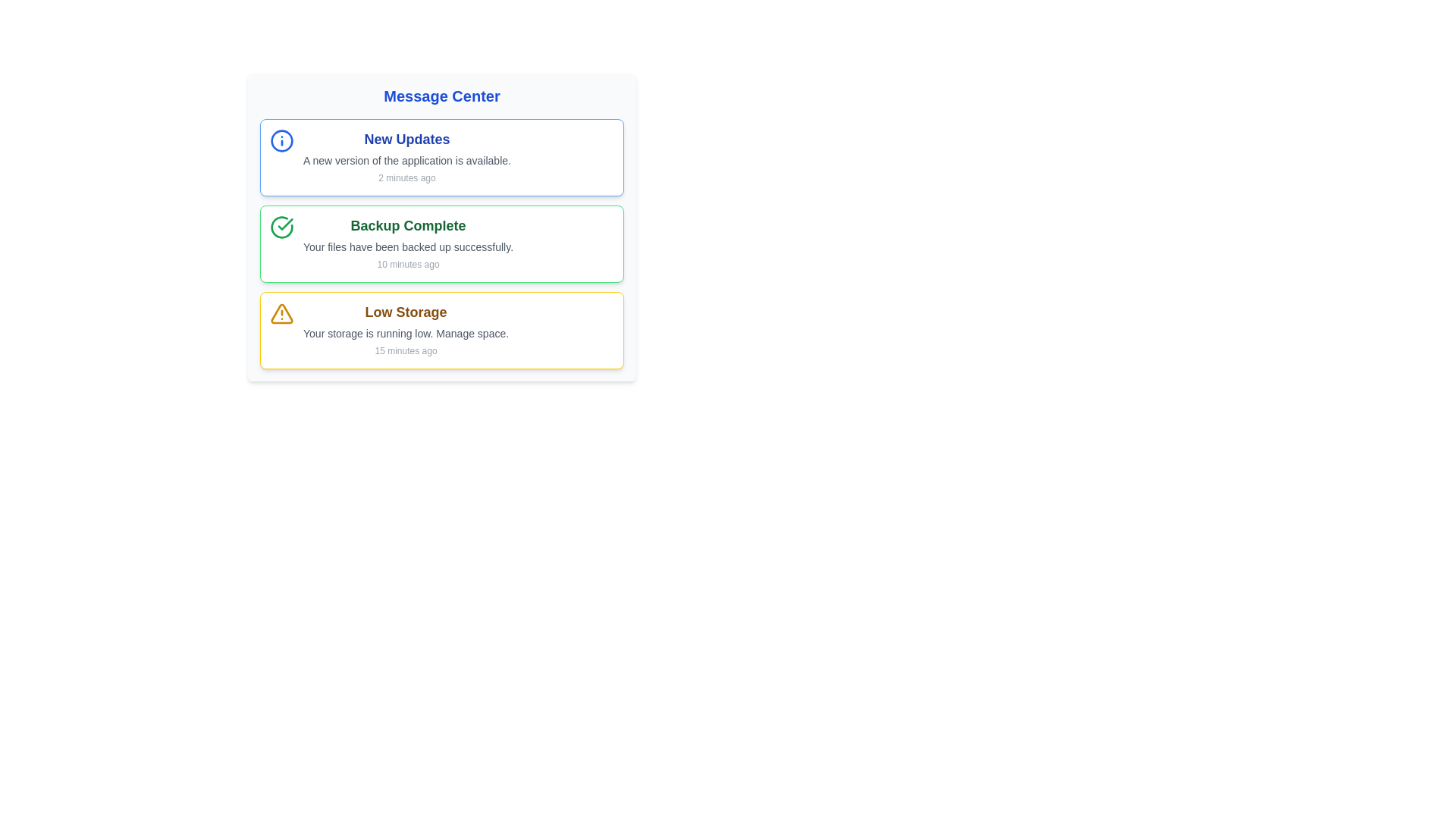 This screenshot has height=819, width=1456. Describe the element at coordinates (407, 161) in the screenshot. I see `the text message that reads 'A new version of the application is available.' located in the 'New Updates' section` at that location.